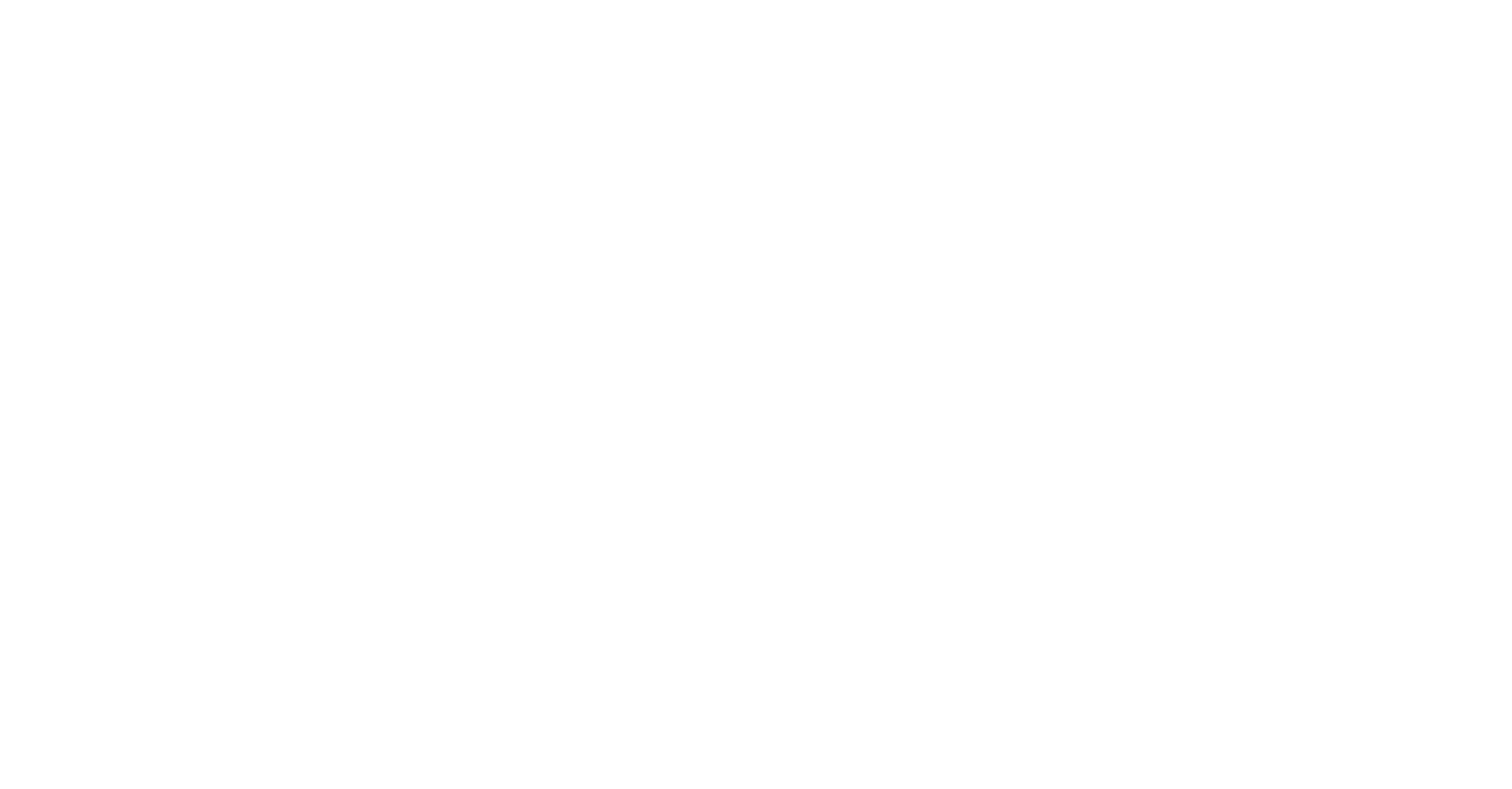  What do you see at coordinates (1316, 681) in the screenshot?
I see `'Link'` at bounding box center [1316, 681].